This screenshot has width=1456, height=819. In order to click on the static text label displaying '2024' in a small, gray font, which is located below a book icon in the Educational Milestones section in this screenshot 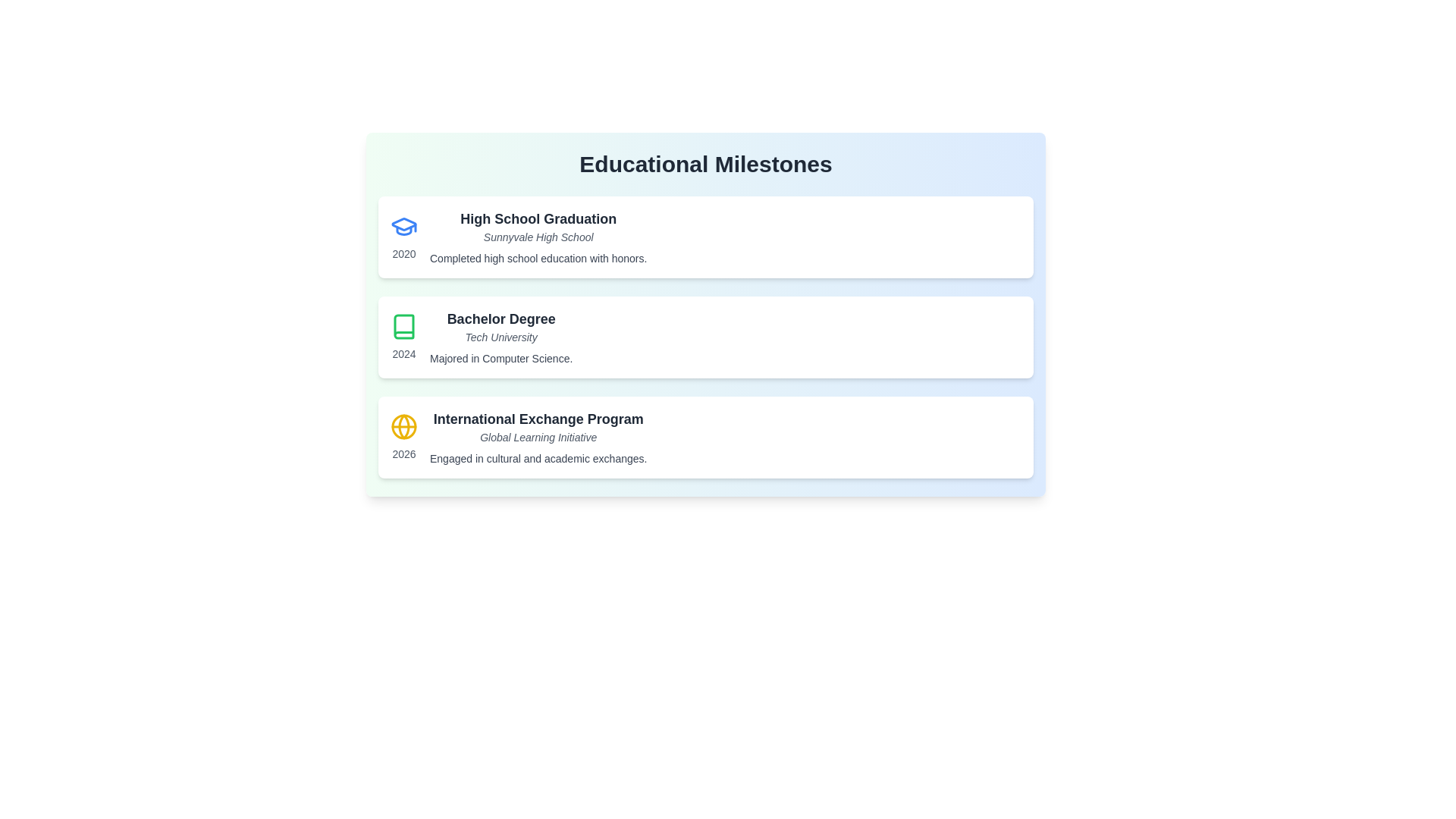, I will do `click(403, 353)`.